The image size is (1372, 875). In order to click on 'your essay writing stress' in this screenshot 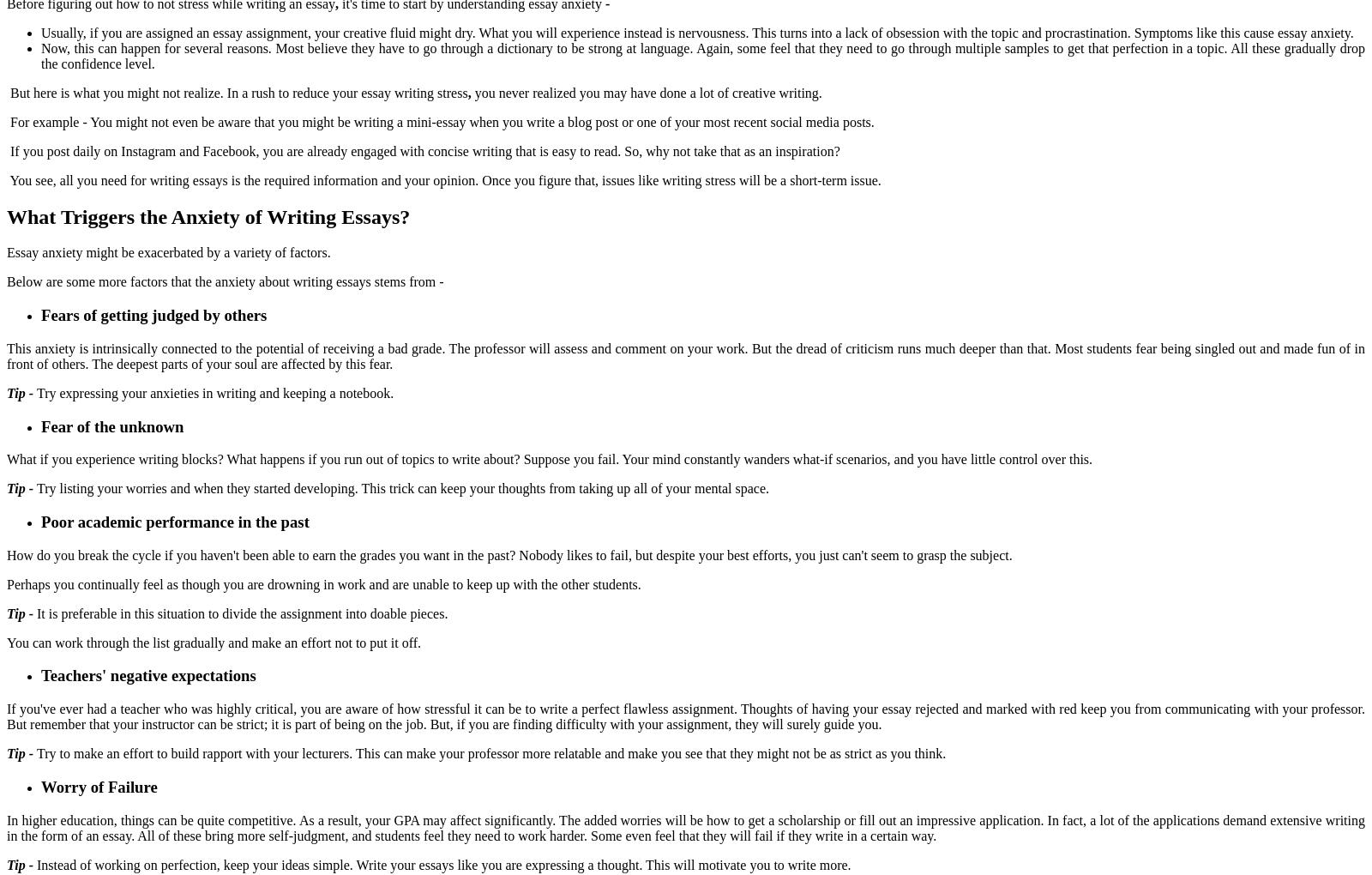, I will do `click(399, 91)`.